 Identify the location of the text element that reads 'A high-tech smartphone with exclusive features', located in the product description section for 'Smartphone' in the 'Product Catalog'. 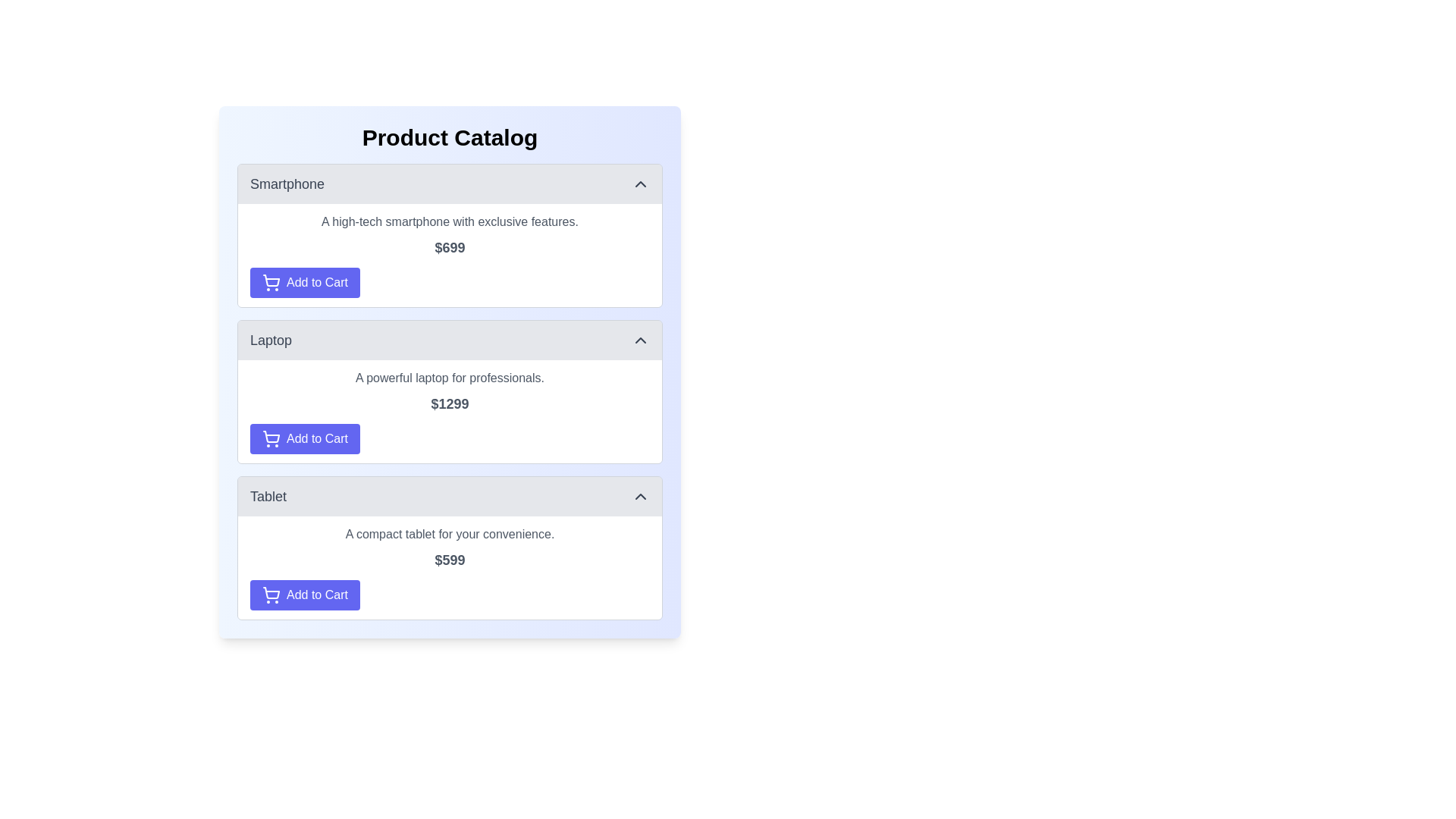
(449, 222).